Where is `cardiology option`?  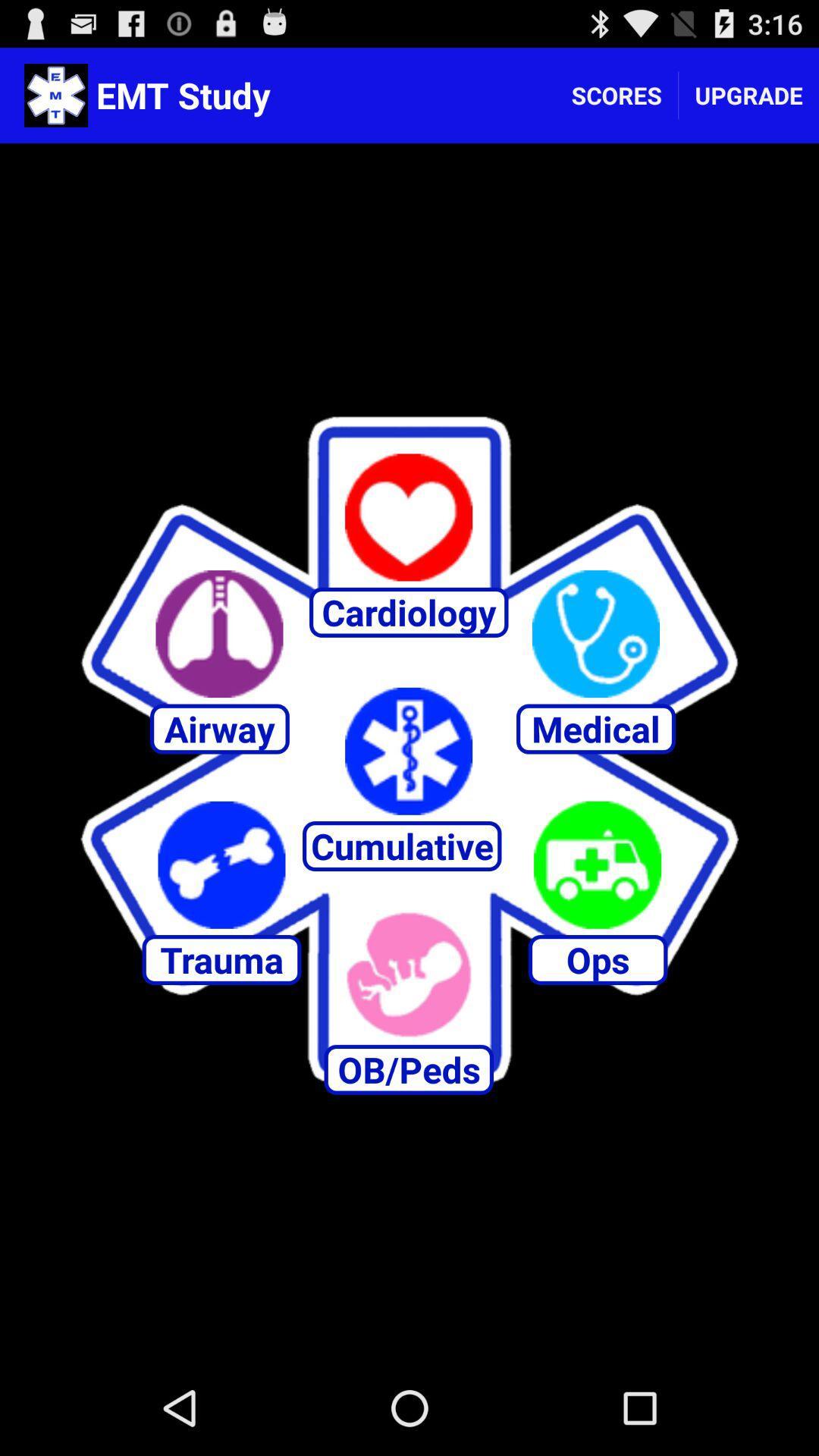 cardiology option is located at coordinates (408, 517).